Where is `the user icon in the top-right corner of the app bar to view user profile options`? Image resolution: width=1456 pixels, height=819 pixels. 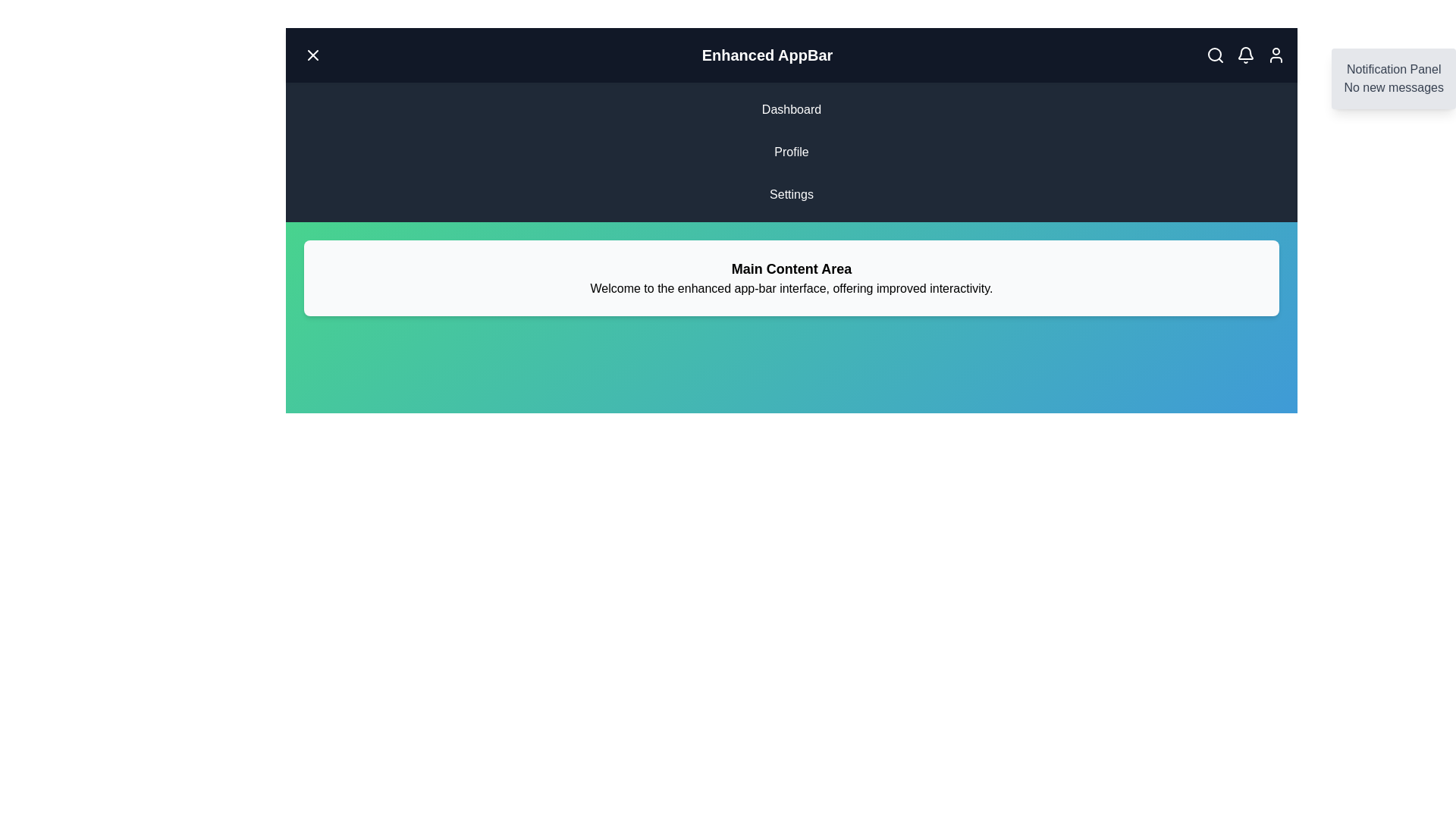
the user icon in the top-right corner of the app bar to view user profile options is located at coordinates (1276, 55).